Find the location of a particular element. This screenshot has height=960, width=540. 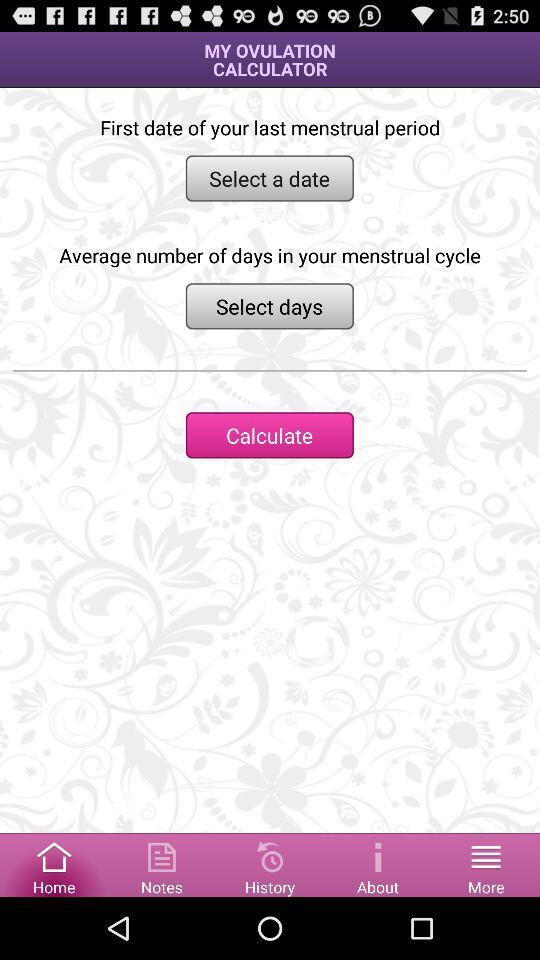

access notes is located at coordinates (161, 863).